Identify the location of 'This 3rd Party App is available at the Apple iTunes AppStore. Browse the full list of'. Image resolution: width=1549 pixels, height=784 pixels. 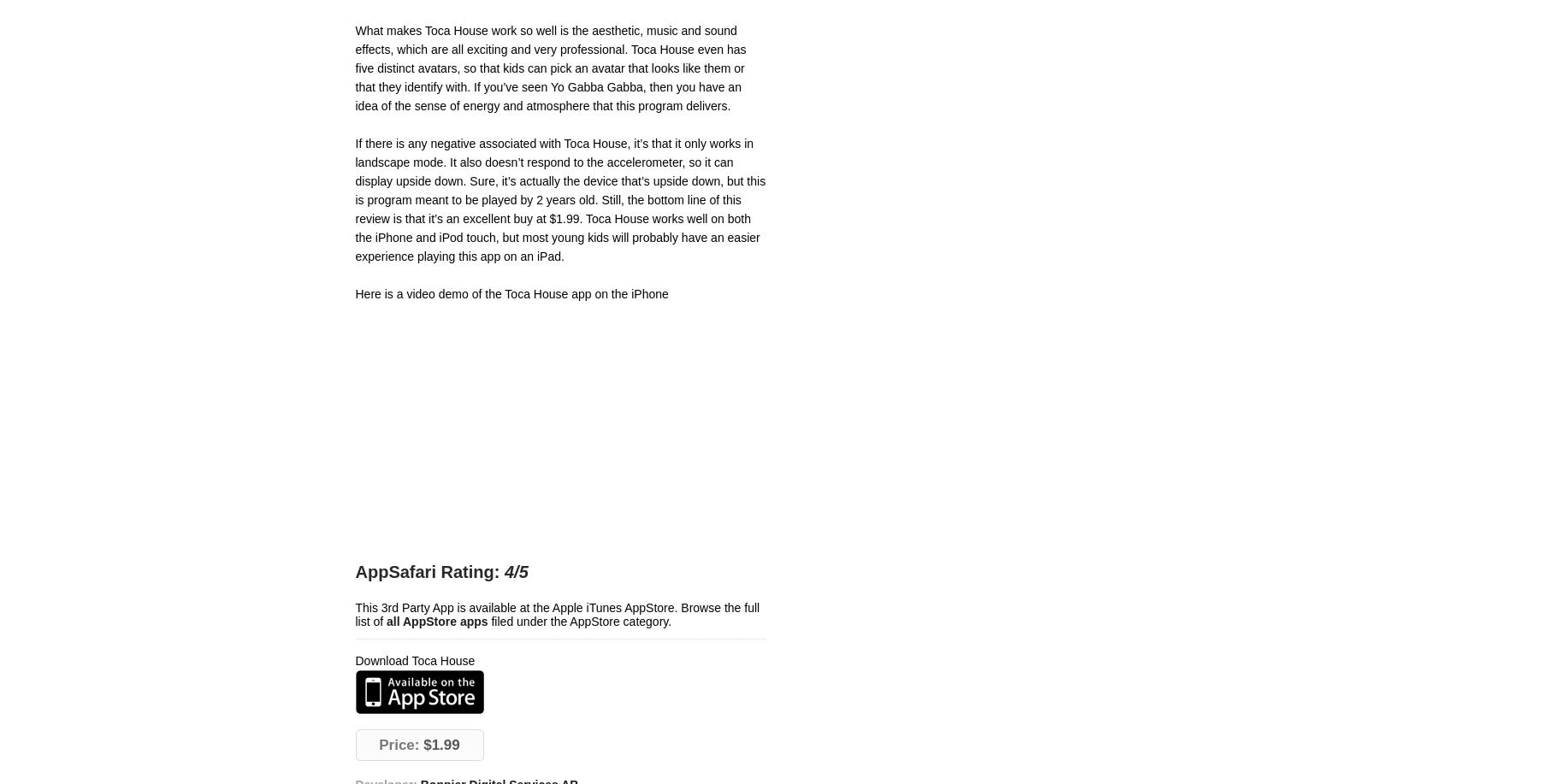
(557, 615).